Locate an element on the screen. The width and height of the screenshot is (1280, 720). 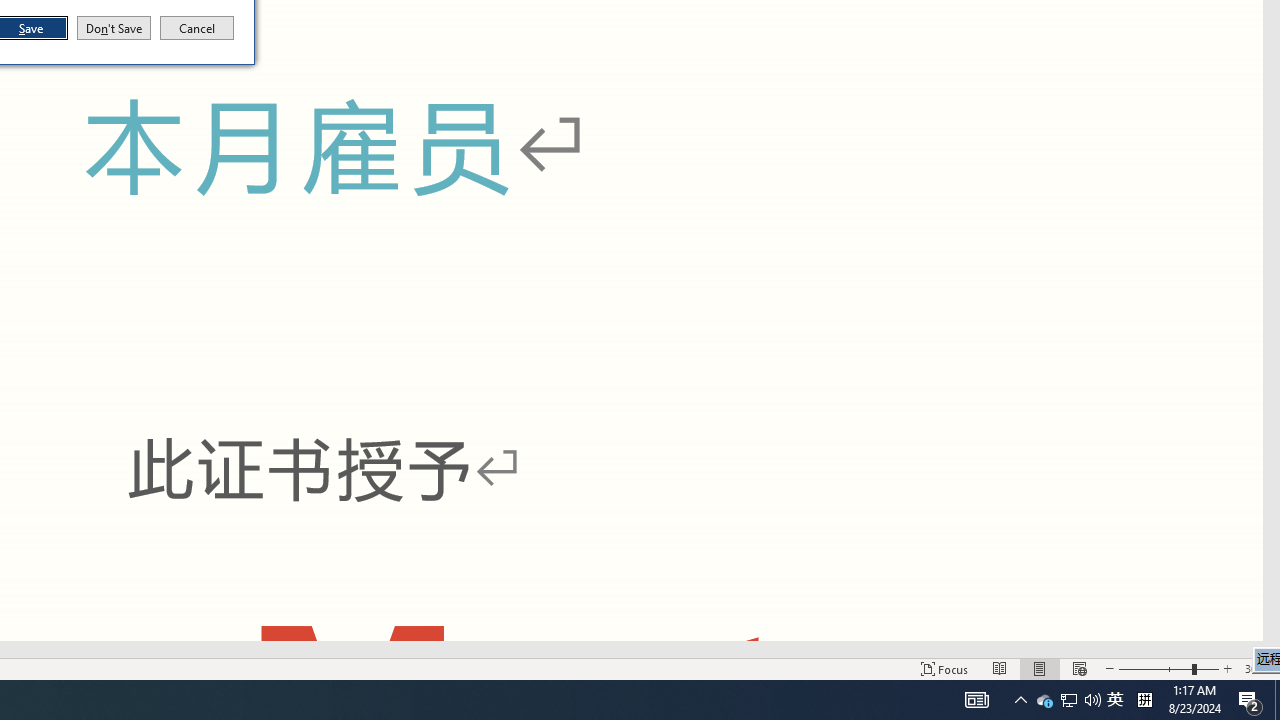
'Tray Input Indicator - Chinese (Simplified, China)' is located at coordinates (1144, 698).